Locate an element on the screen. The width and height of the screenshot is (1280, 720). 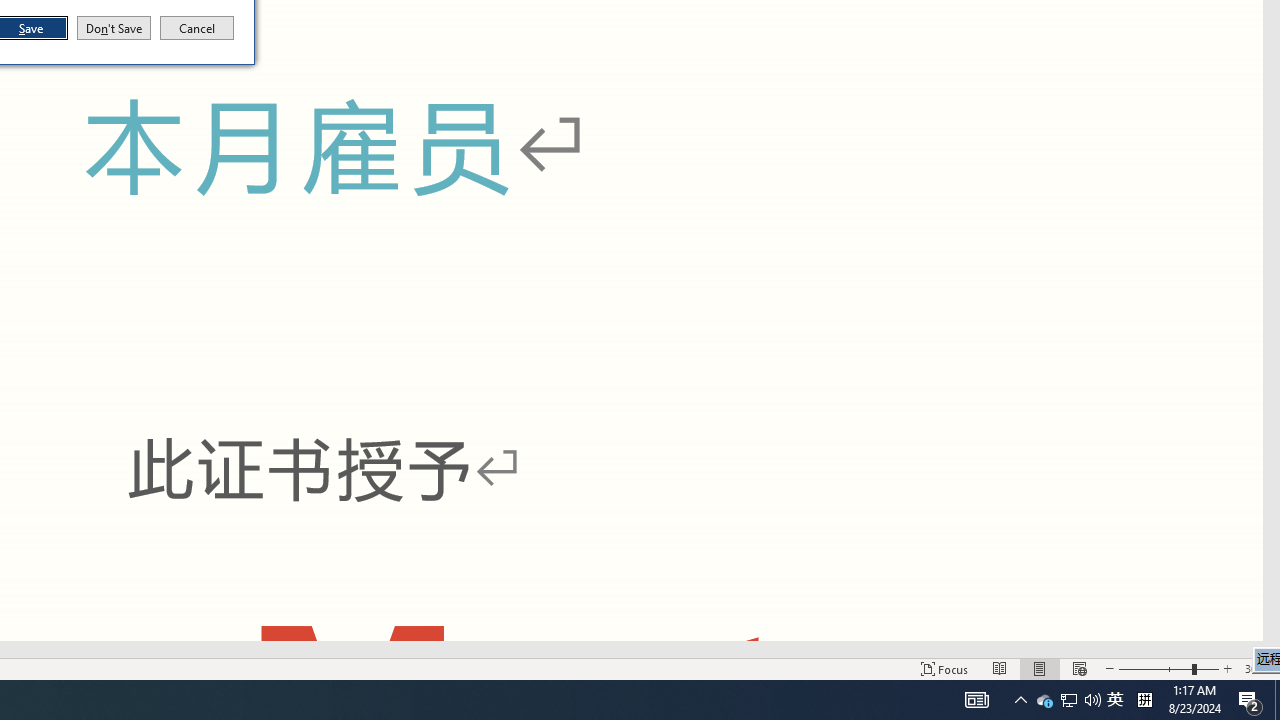
'Tray Input Indicator - Chinese (Simplified, China)' is located at coordinates (1144, 698).